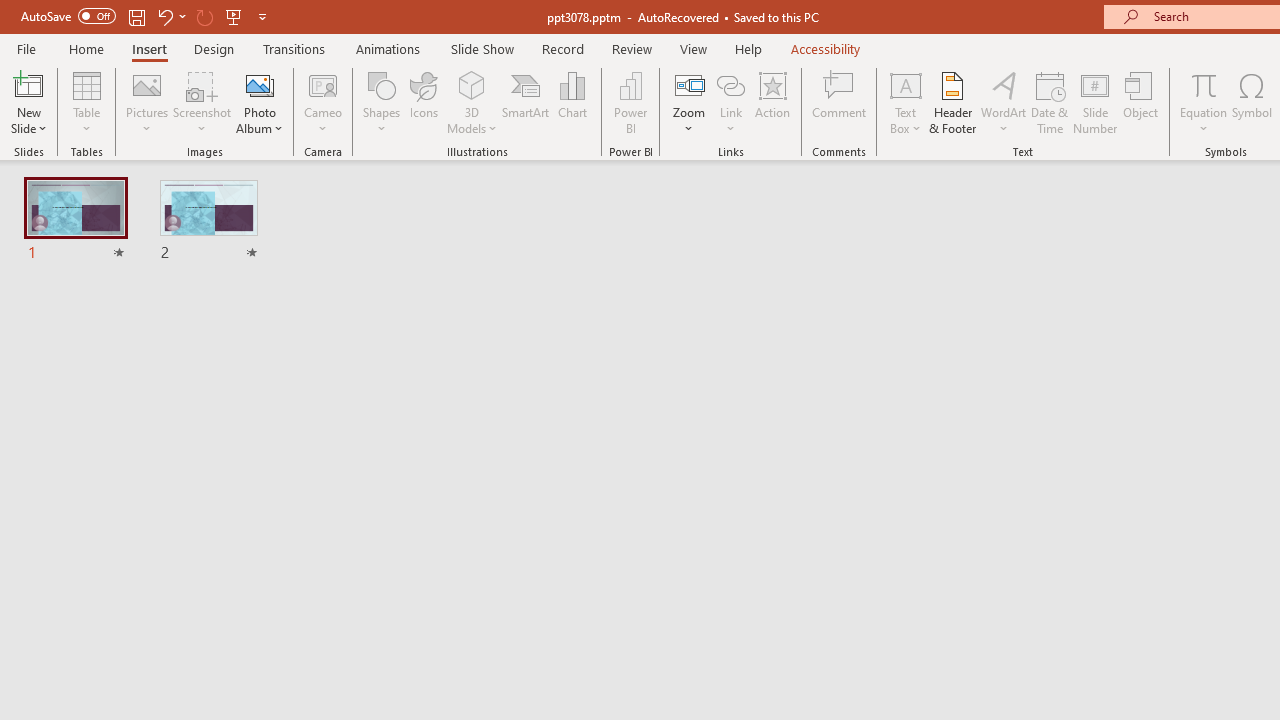  What do you see at coordinates (258, 103) in the screenshot?
I see `'Photo Album...'` at bounding box center [258, 103].